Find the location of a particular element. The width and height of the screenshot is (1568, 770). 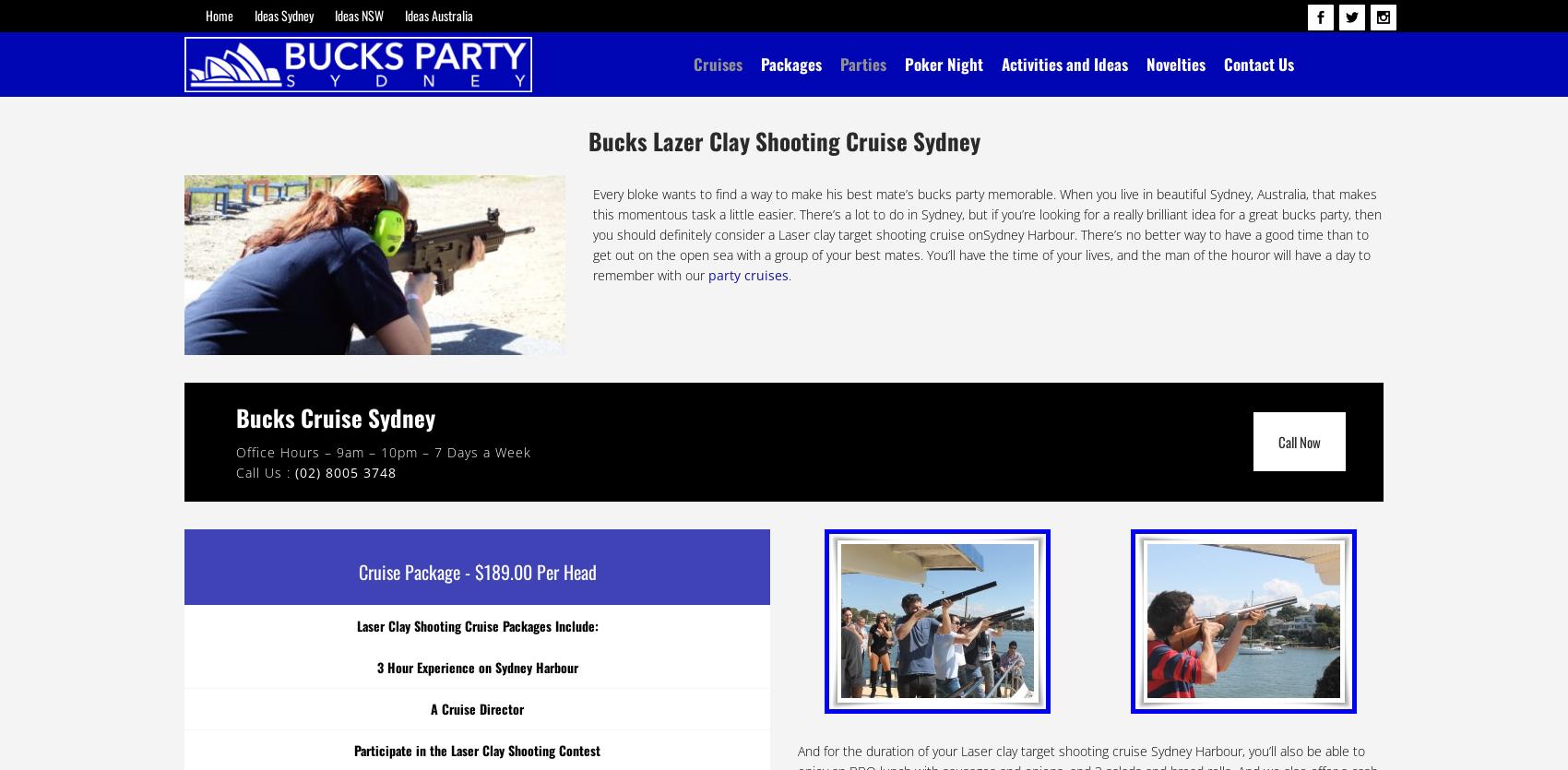

'A Cruise Director' is located at coordinates (430, 706).